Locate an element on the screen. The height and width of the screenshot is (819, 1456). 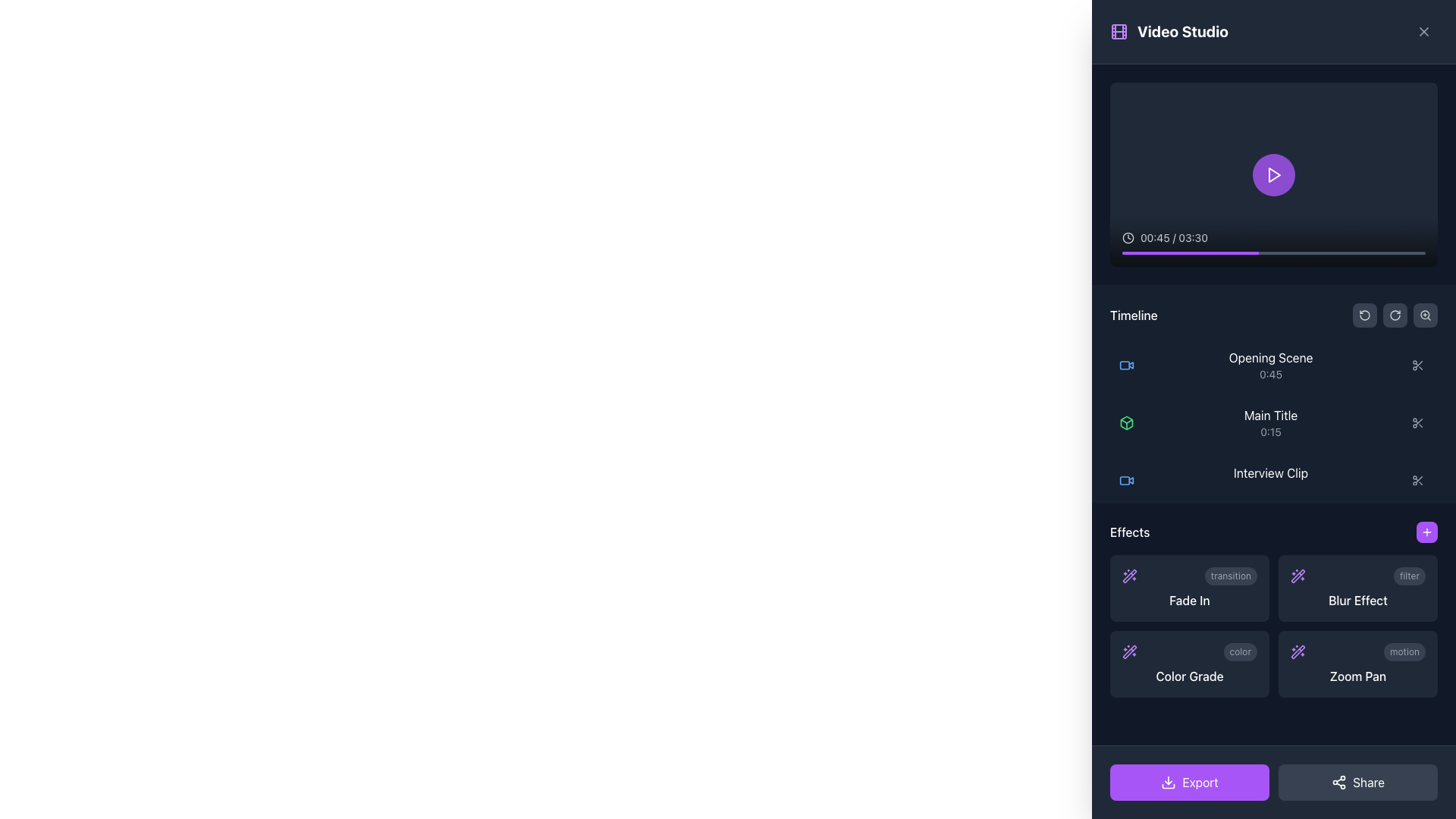
the duration text displaying '00:45 / 03:30', which is styled in small gray text and located near the bottom of the video preview area, next to the clock icon and above the progress bar is located at coordinates (1173, 237).